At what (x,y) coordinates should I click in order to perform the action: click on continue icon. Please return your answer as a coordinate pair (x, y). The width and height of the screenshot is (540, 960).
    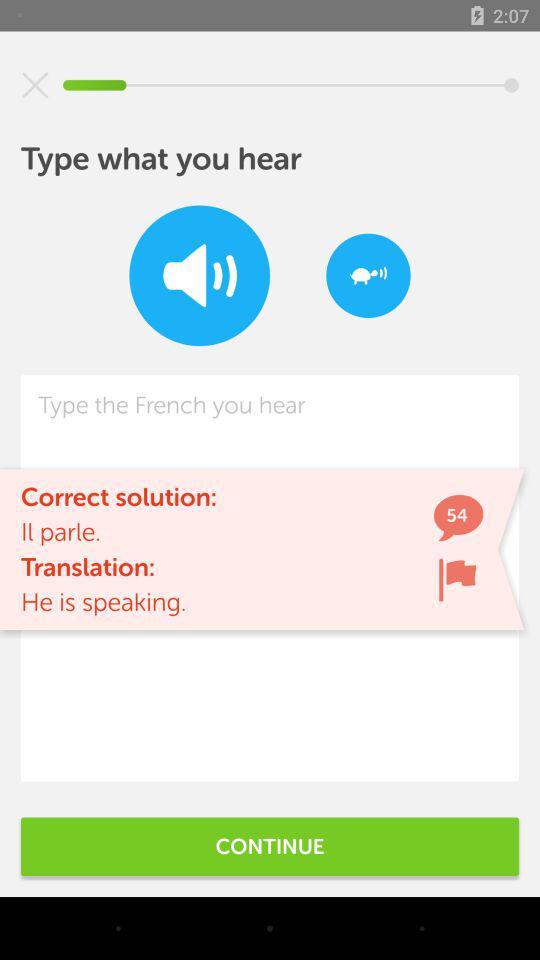
    Looking at the image, I should click on (270, 845).